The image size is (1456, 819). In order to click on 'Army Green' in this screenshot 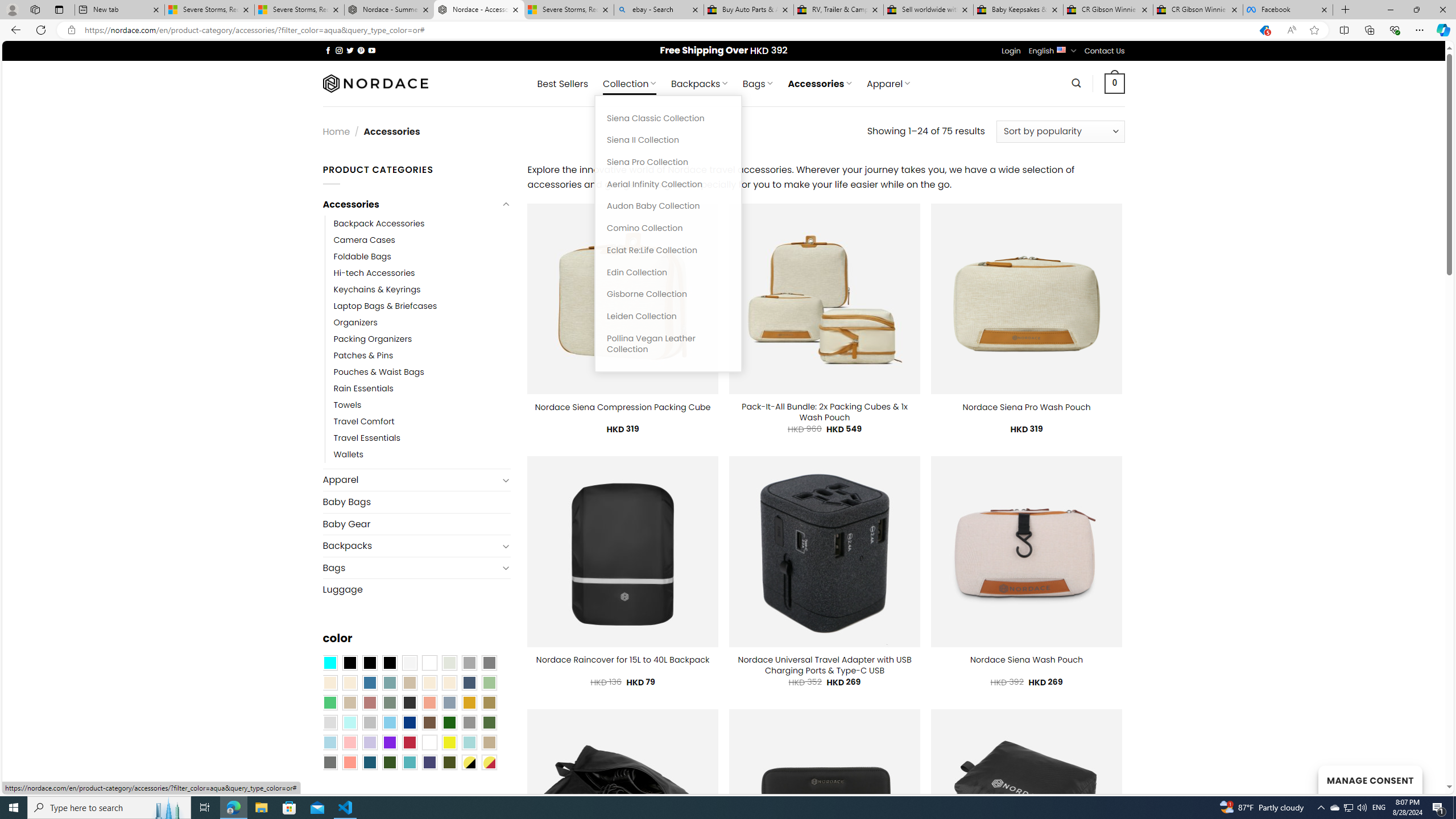, I will do `click(449, 762)`.